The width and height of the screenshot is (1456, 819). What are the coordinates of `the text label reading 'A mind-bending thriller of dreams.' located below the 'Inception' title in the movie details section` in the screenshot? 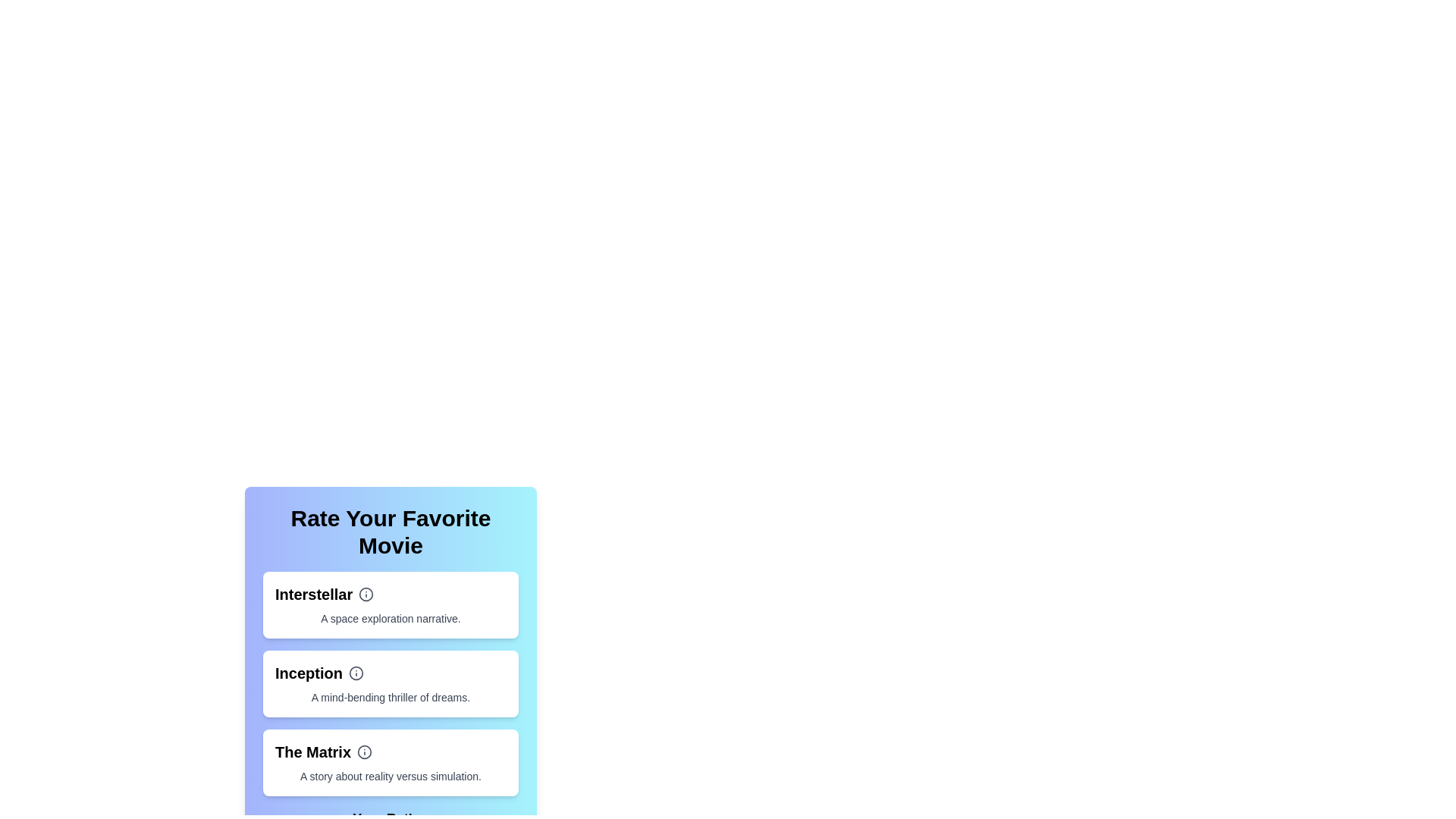 It's located at (391, 698).